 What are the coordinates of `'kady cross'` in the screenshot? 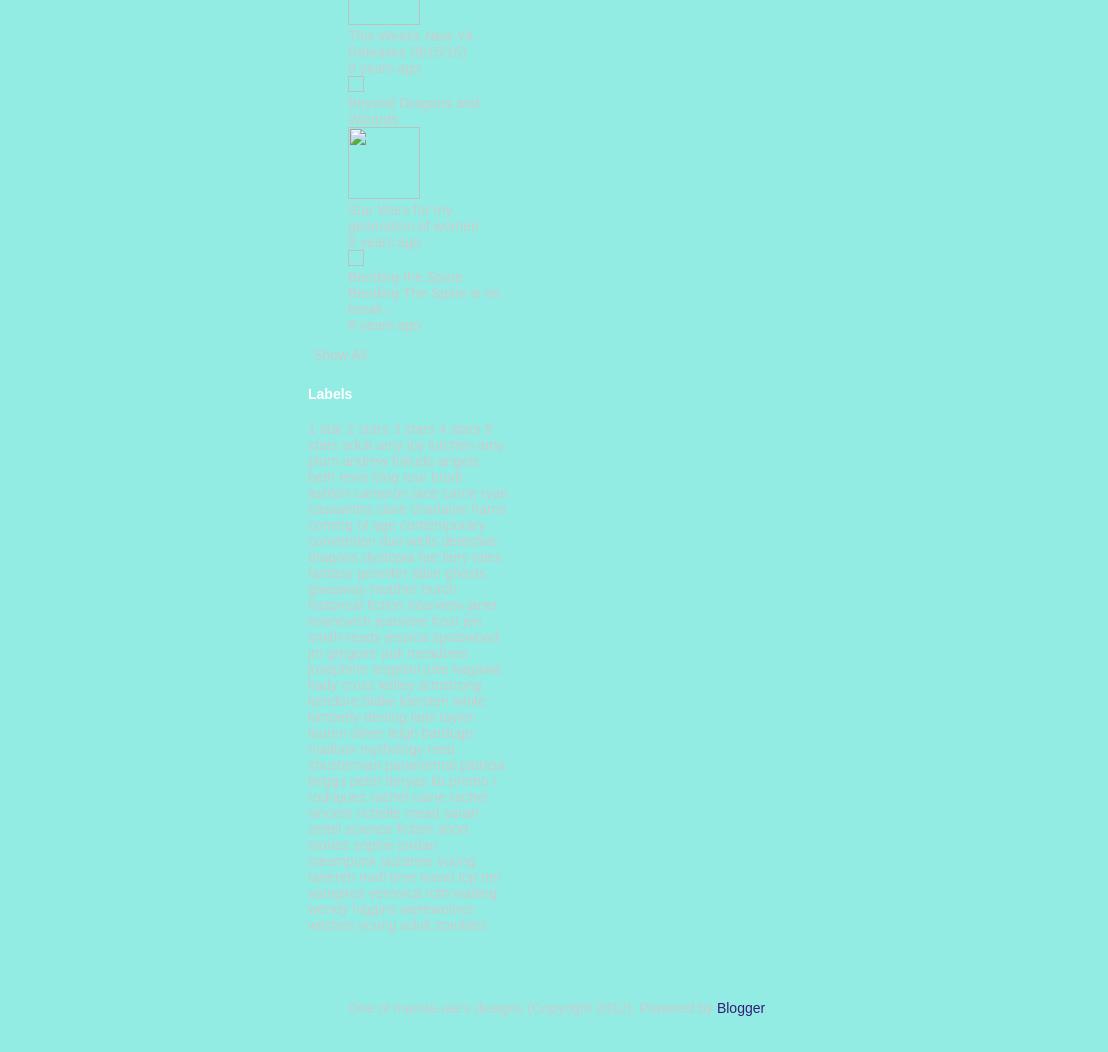 It's located at (340, 683).